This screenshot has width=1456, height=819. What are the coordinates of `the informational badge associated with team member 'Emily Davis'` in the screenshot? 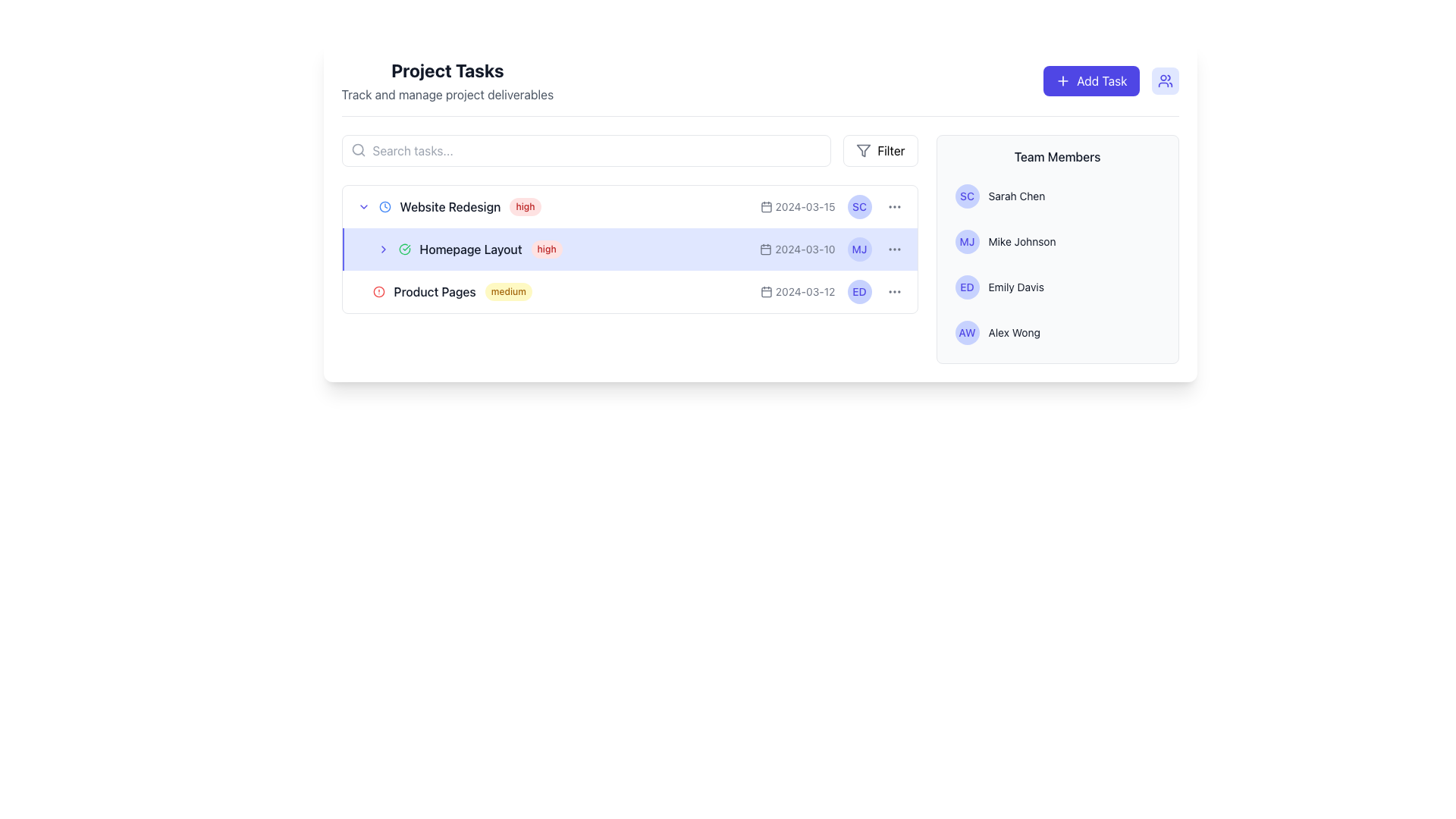 It's located at (966, 287).